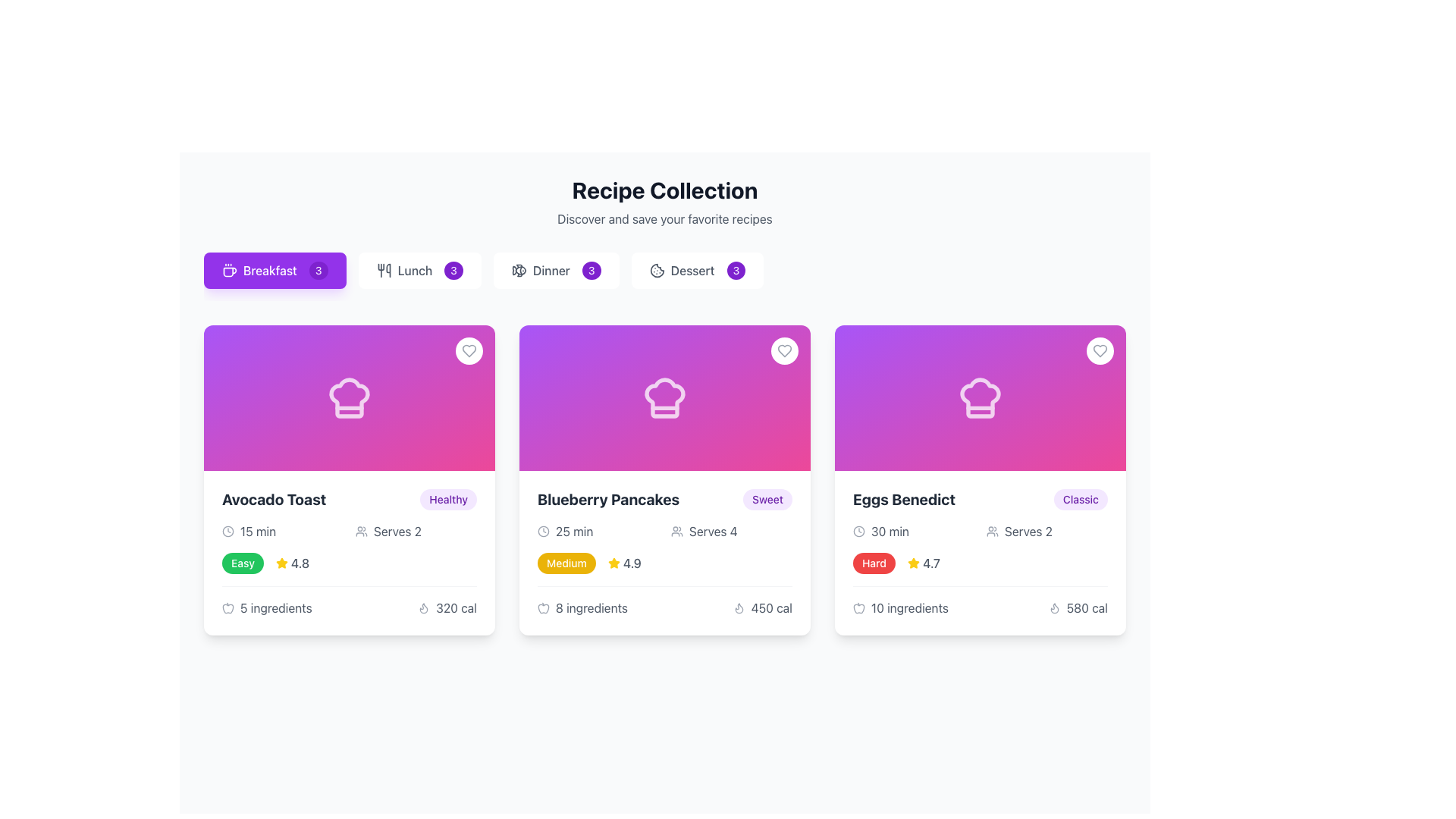 The height and width of the screenshot is (819, 1456). What do you see at coordinates (665, 397) in the screenshot?
I see `the chef's hat icon, which is located at the top center of the card labeled 'Blueberry Pancakes' in the 'Recipe Collection' section` at bounding box center [665, 397].